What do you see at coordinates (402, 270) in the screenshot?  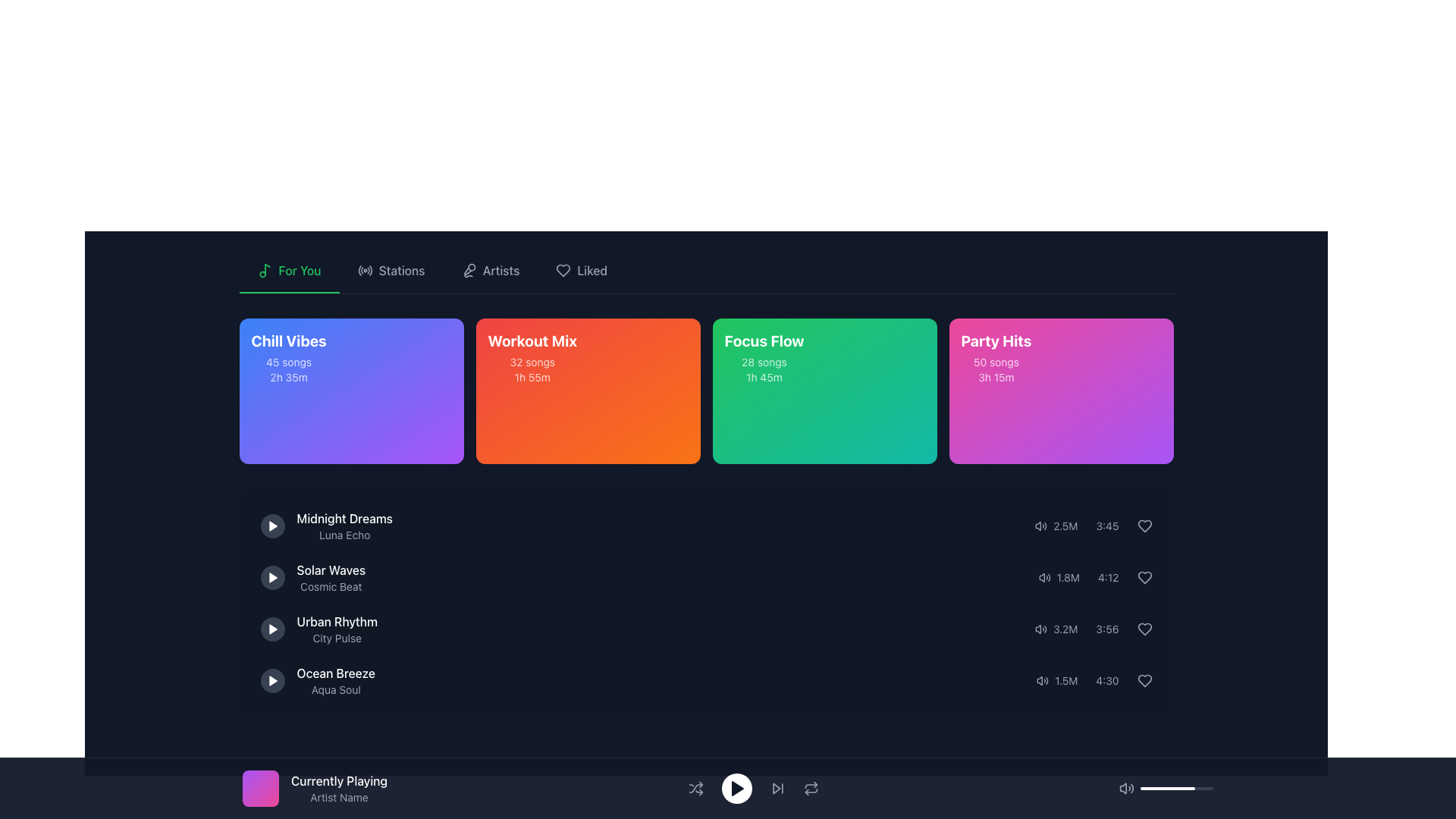 I see `the 'Stations' label in the top navigation bar, which is the third item from the left, styled with a larger and bold font` at bounding box center [402, 270].